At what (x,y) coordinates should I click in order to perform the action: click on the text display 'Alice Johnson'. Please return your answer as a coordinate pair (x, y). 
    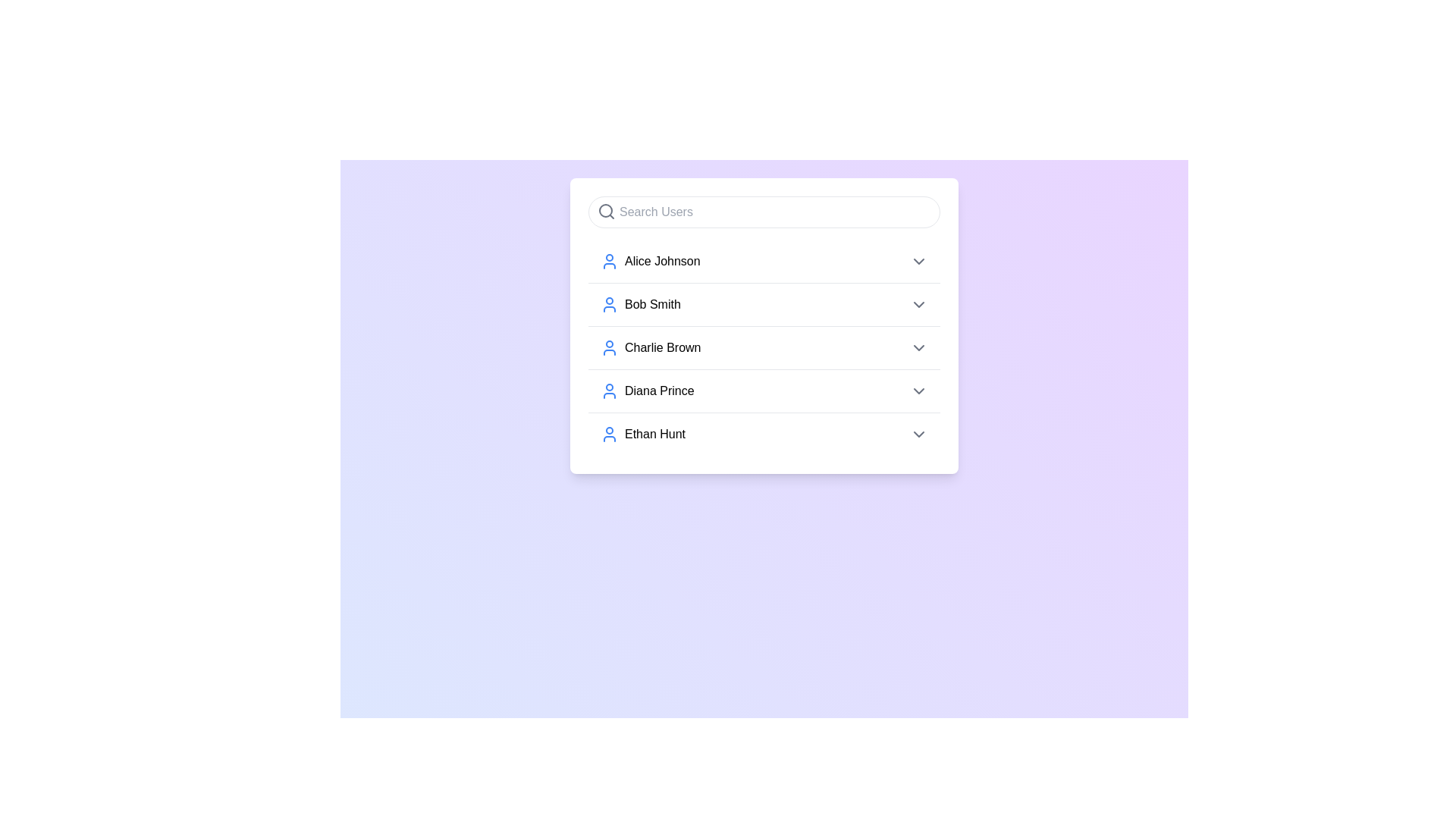
    Looking at the image, I should click on (662, 260).